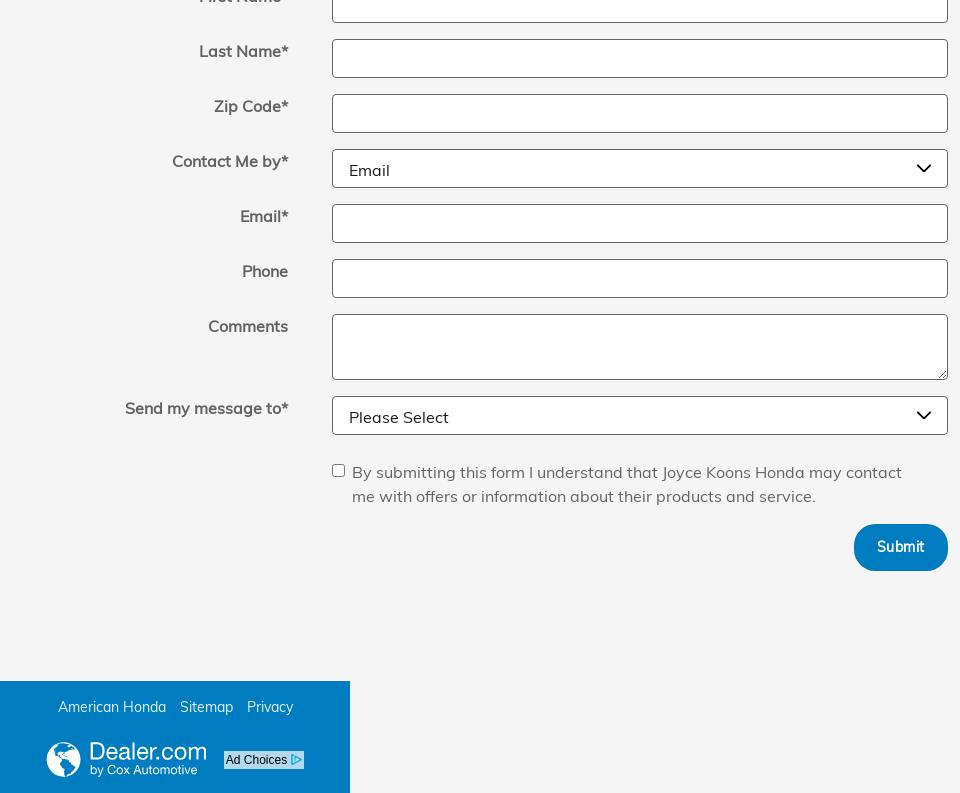 The width and height of the screenshot is (960, 793). Describe the element at coordinates (201, 406) in the screenshot. I see `'Send my message to'` at that location.